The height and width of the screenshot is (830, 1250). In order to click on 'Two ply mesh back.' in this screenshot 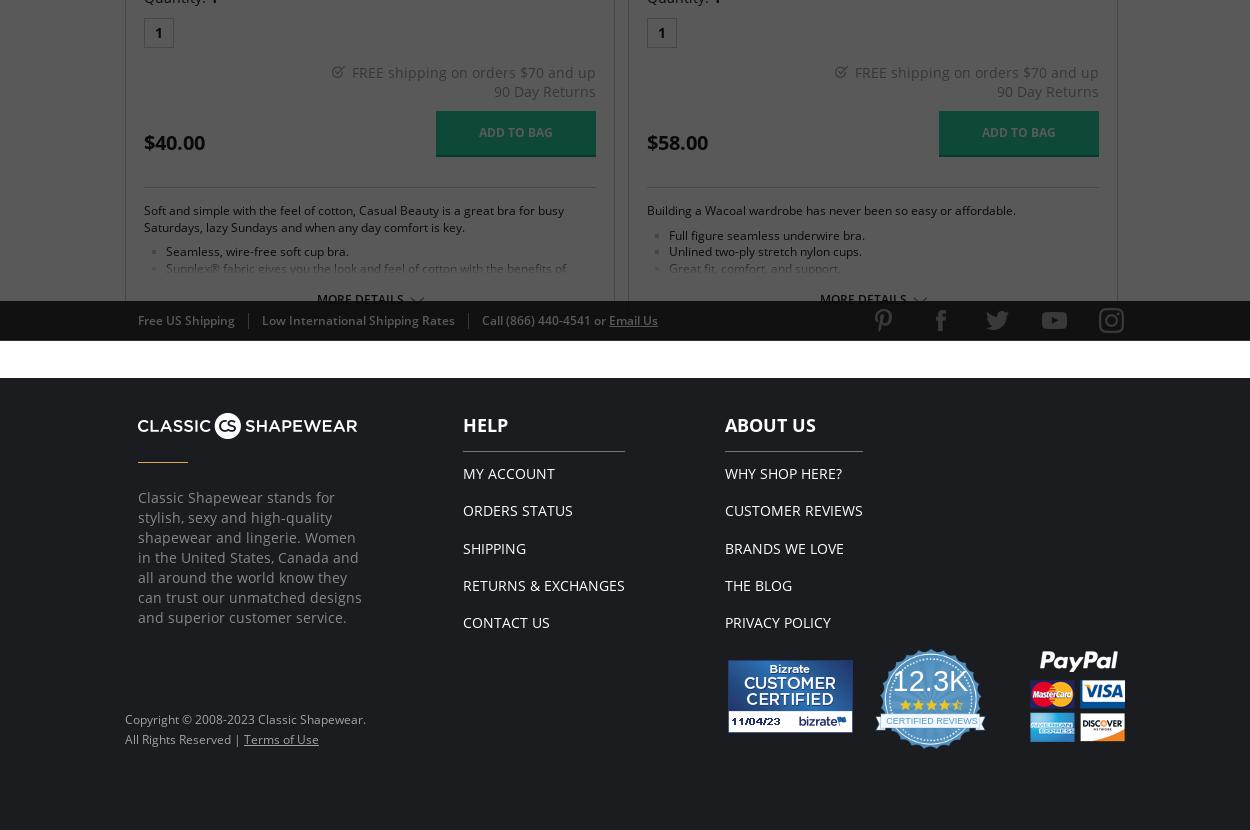, I will do `click(219, 368)`.